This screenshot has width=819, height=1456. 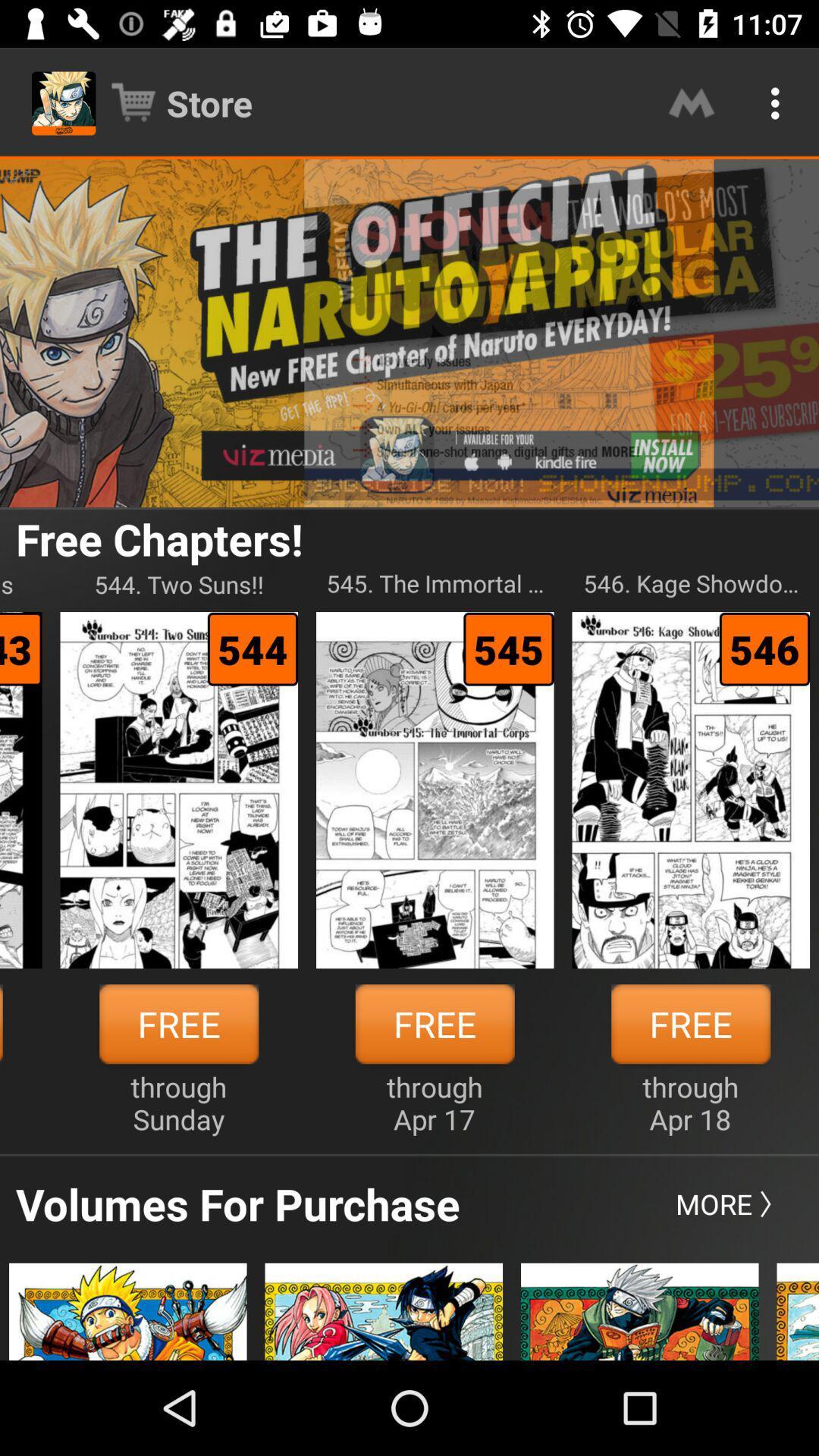 I want to click on volumes for purchase item, so click(x=237, y=1203).